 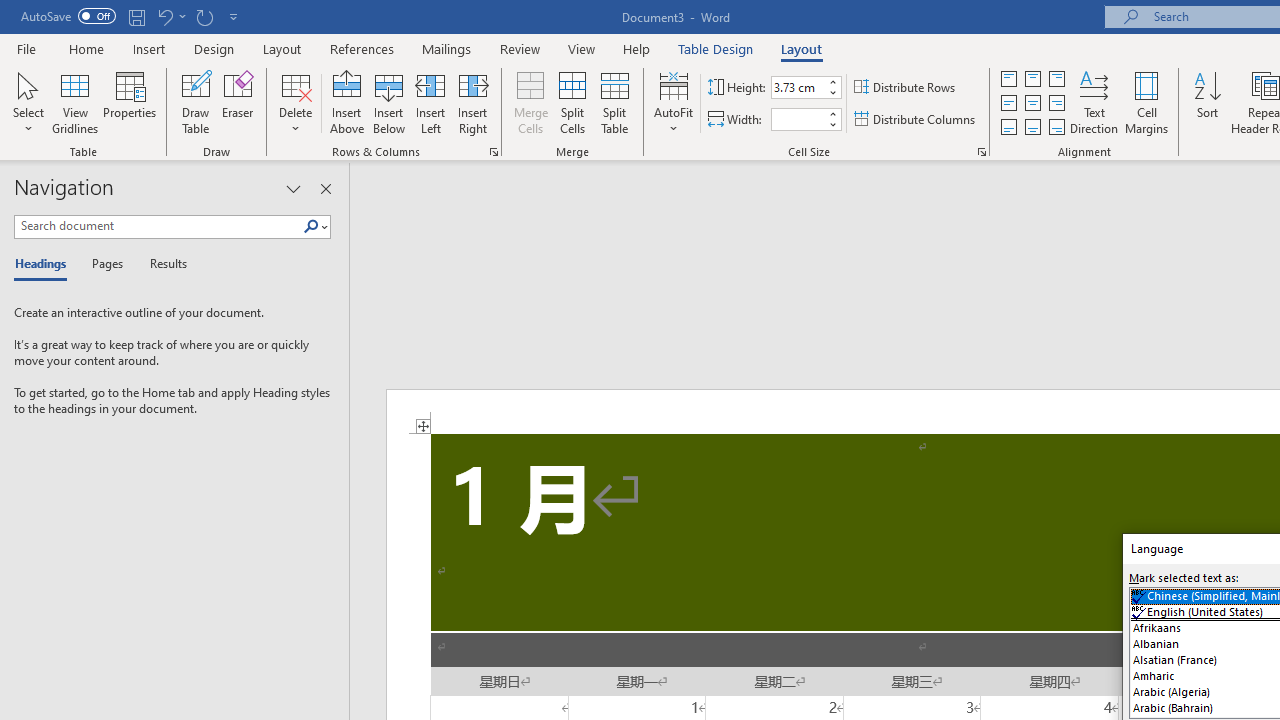 I want to click on 'Text Direction', so click(x=1093, y=103).